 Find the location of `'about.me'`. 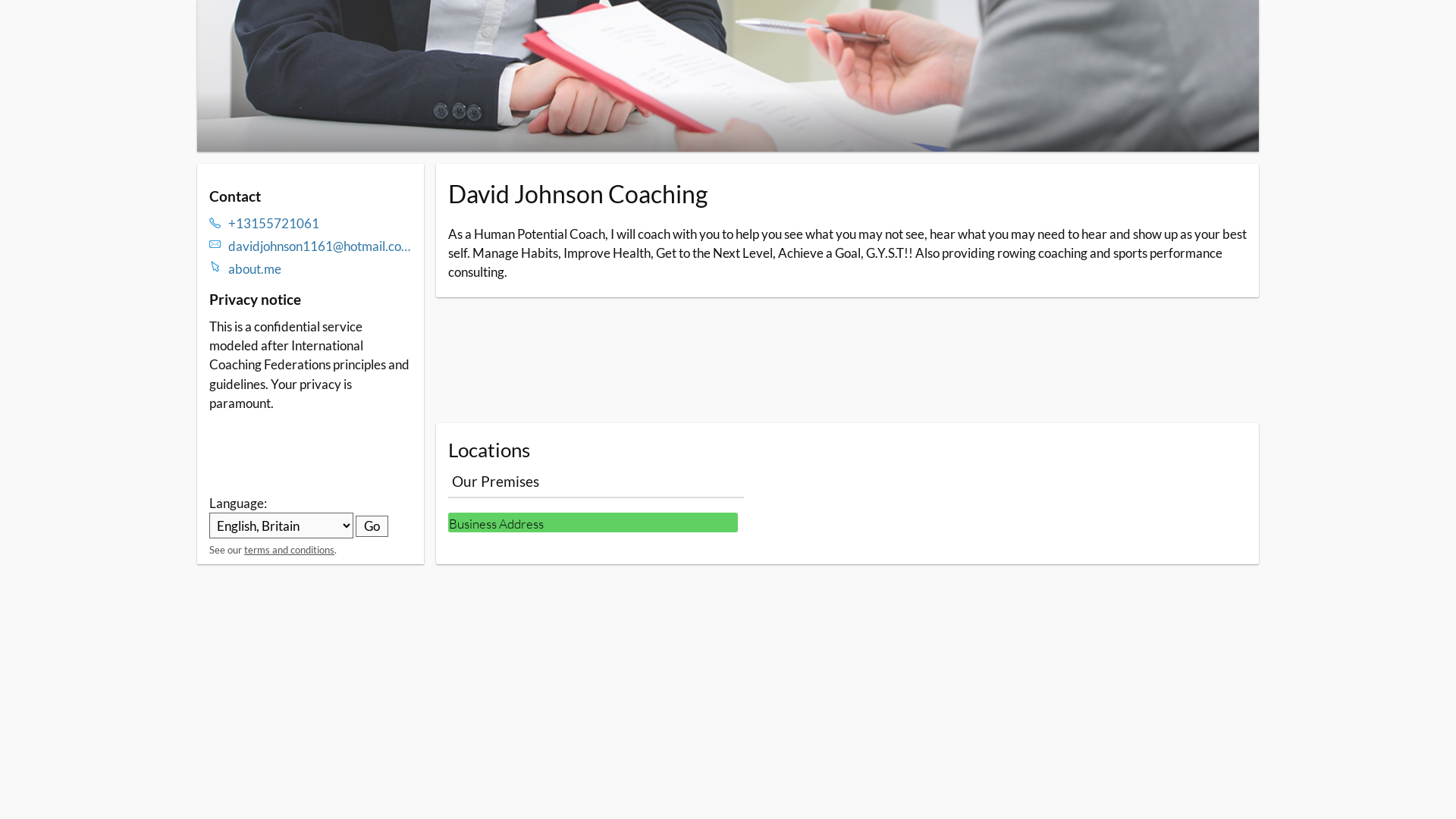

'about.me' is located at coordinates (319, 268).